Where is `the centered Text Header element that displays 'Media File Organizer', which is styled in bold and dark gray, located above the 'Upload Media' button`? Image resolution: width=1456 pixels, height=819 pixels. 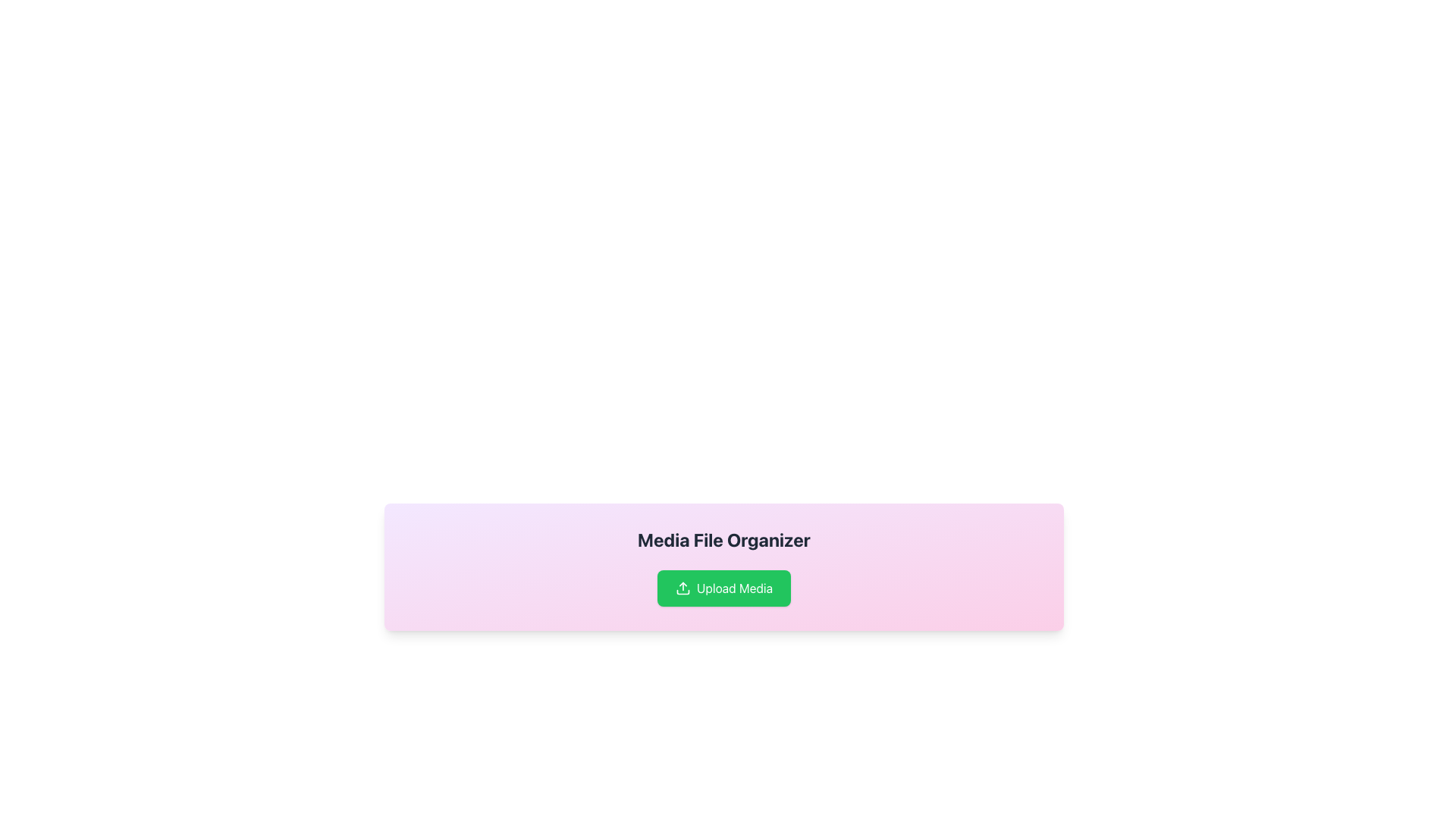
the centered Text Header element that displays 'Media File Organizer', which is styled in bold and dark gray, located above the 'Upload Media' button is located at coordinates (723, 539).